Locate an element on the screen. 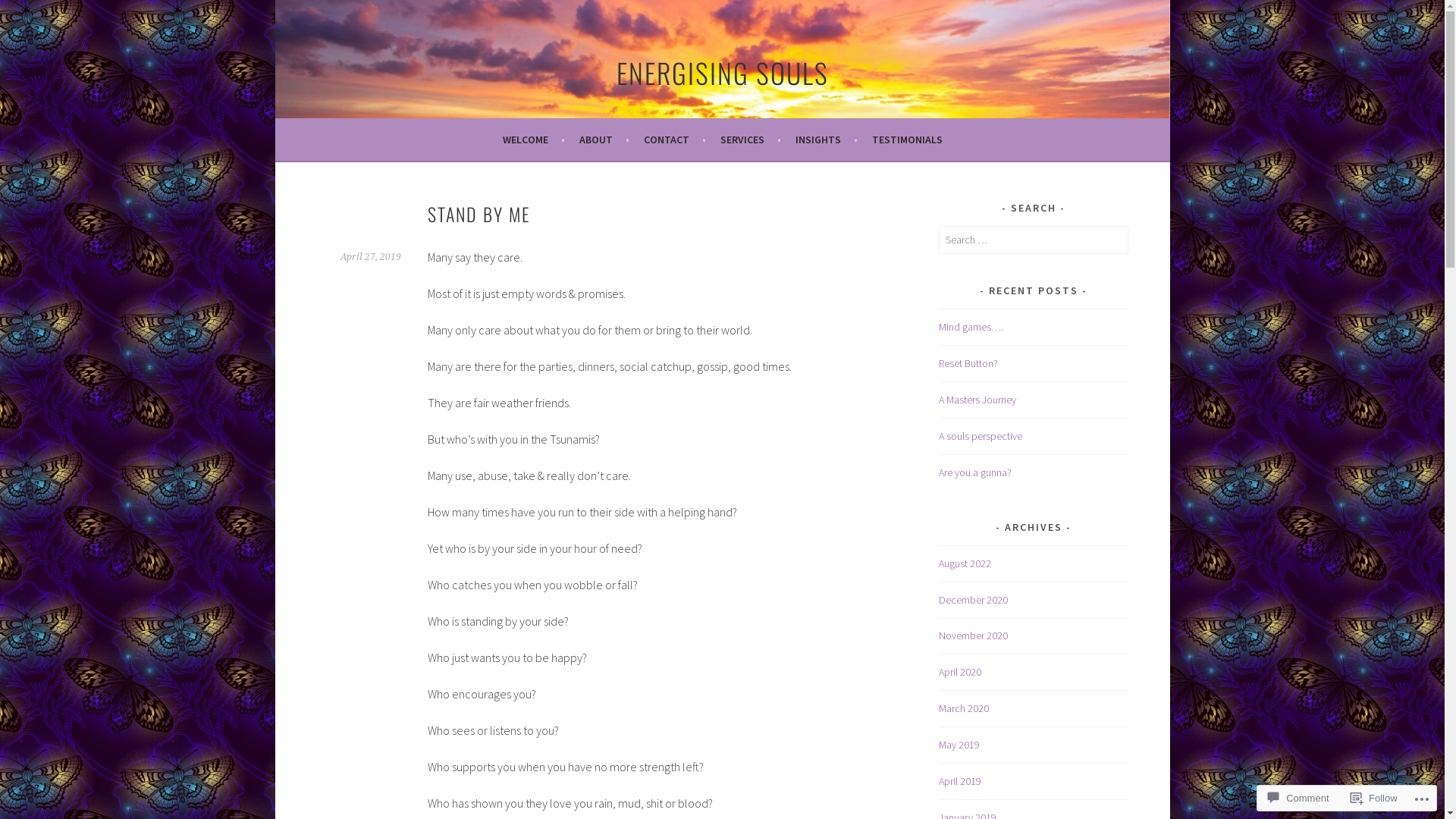 This screenshot has width=1456, height=819. 'Reset Button?' is located at coordinates (967, 362).